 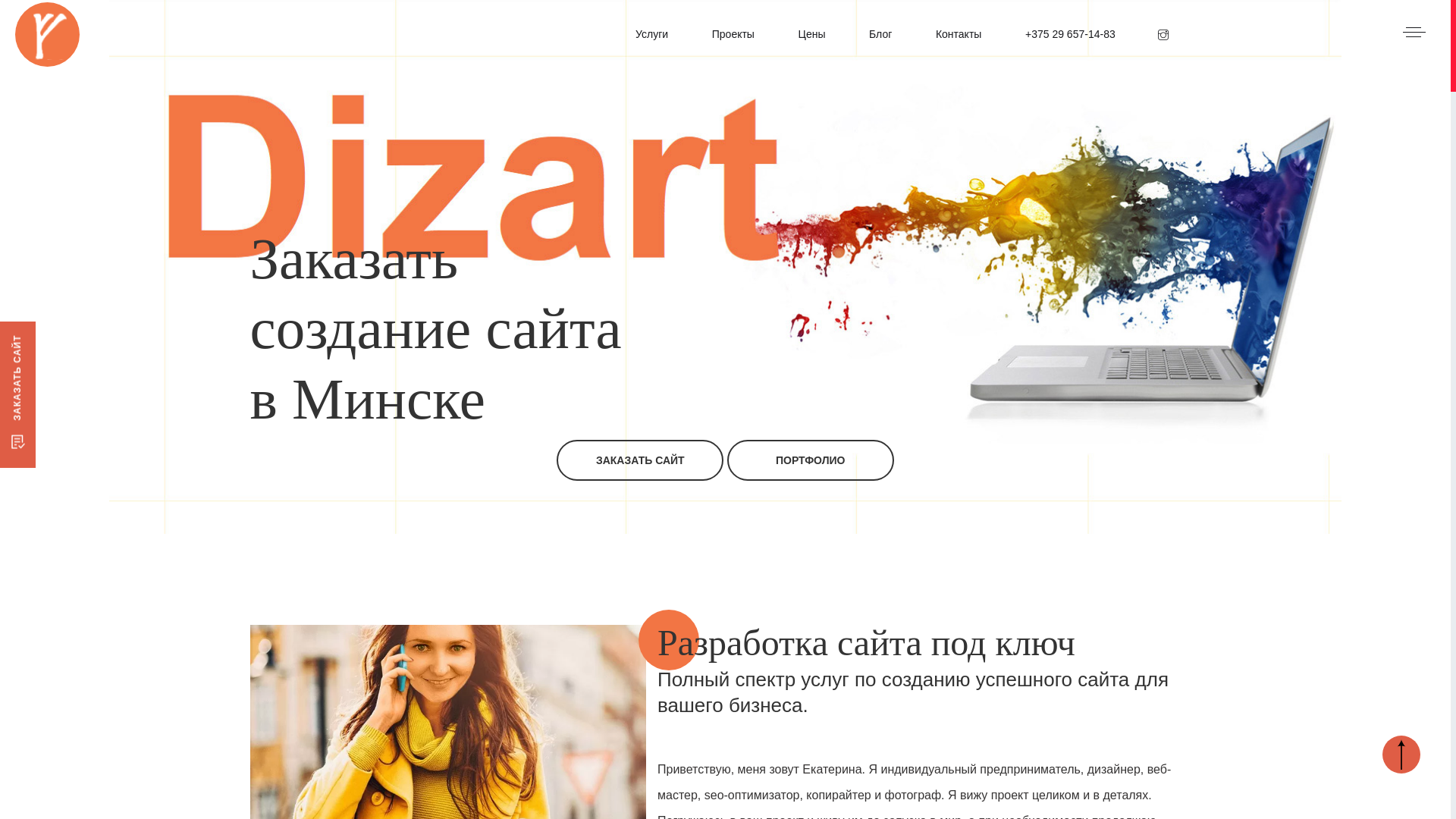 I want to click on '+375 29 657-14-83', so click(x=1069, y=33).